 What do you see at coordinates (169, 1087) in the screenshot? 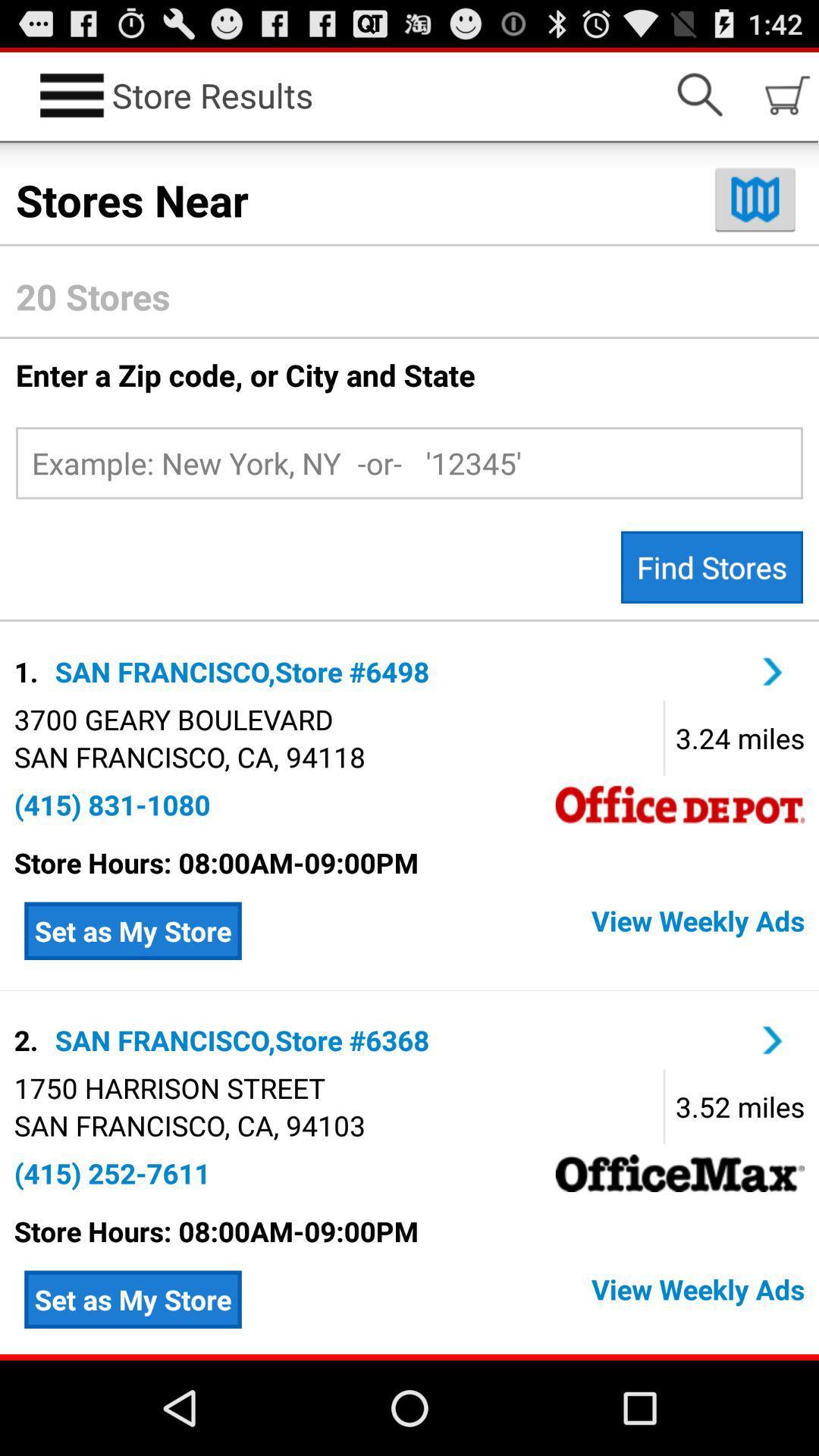
I see `item above san francisco ca icon` at bounding box center [169, 1087].